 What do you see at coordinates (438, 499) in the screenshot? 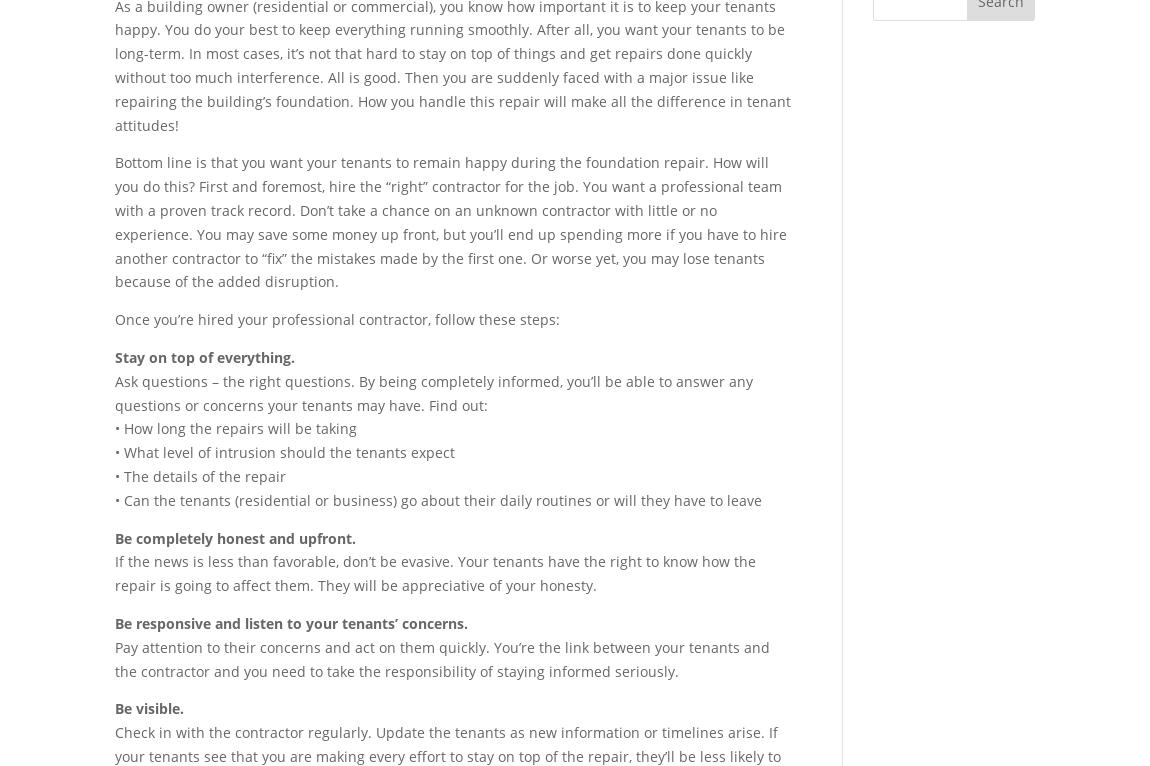
I see `'•	Can the tenants (residential or business) go about their daily routines or will they have to leave'` at bounding box center [438, 499].